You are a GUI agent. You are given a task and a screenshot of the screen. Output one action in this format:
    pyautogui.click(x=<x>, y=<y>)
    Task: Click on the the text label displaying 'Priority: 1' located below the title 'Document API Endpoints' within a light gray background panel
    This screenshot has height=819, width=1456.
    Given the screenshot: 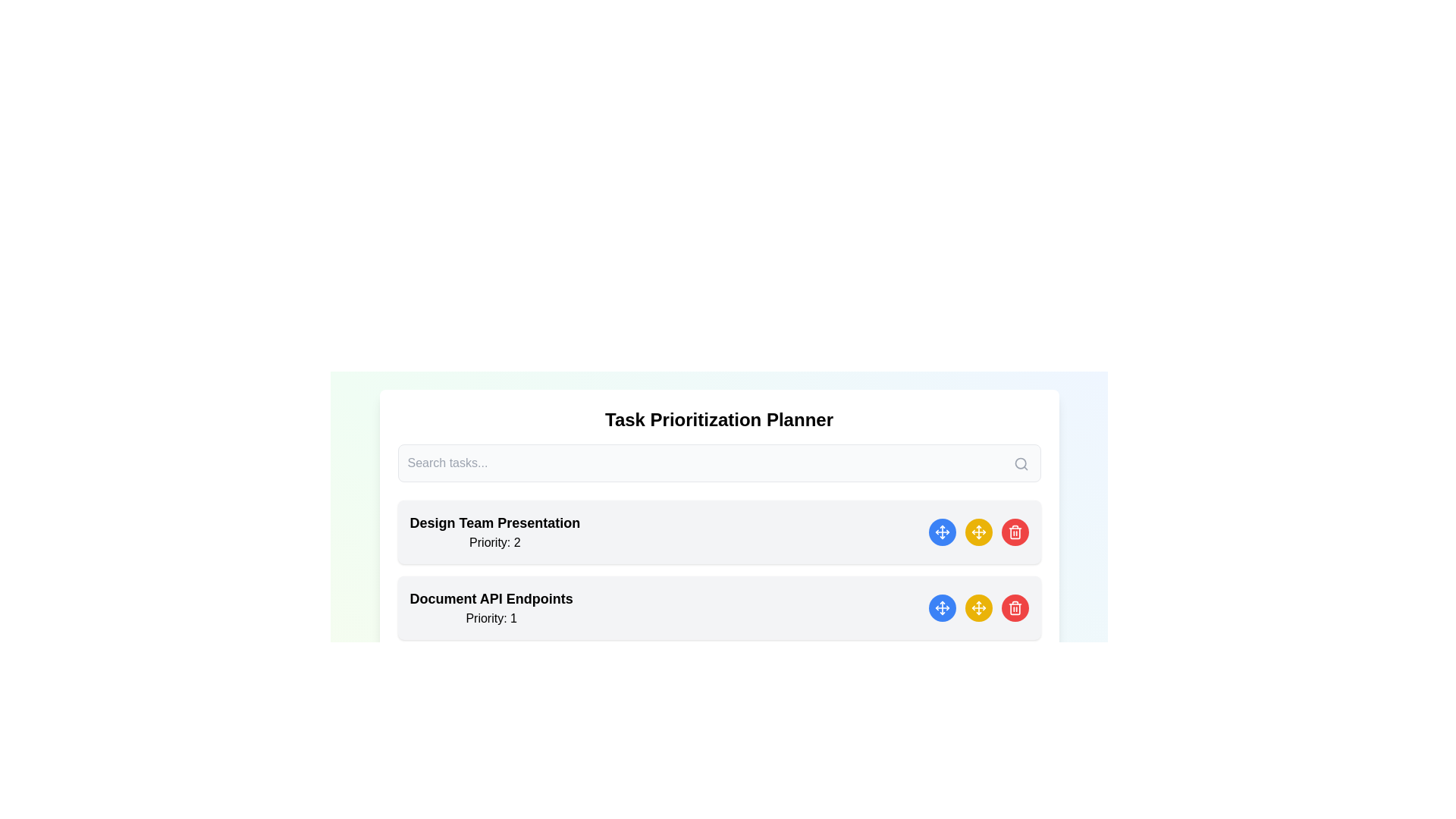 What is the action you would take?
    pyautogui.click(x=491, y=619)
    